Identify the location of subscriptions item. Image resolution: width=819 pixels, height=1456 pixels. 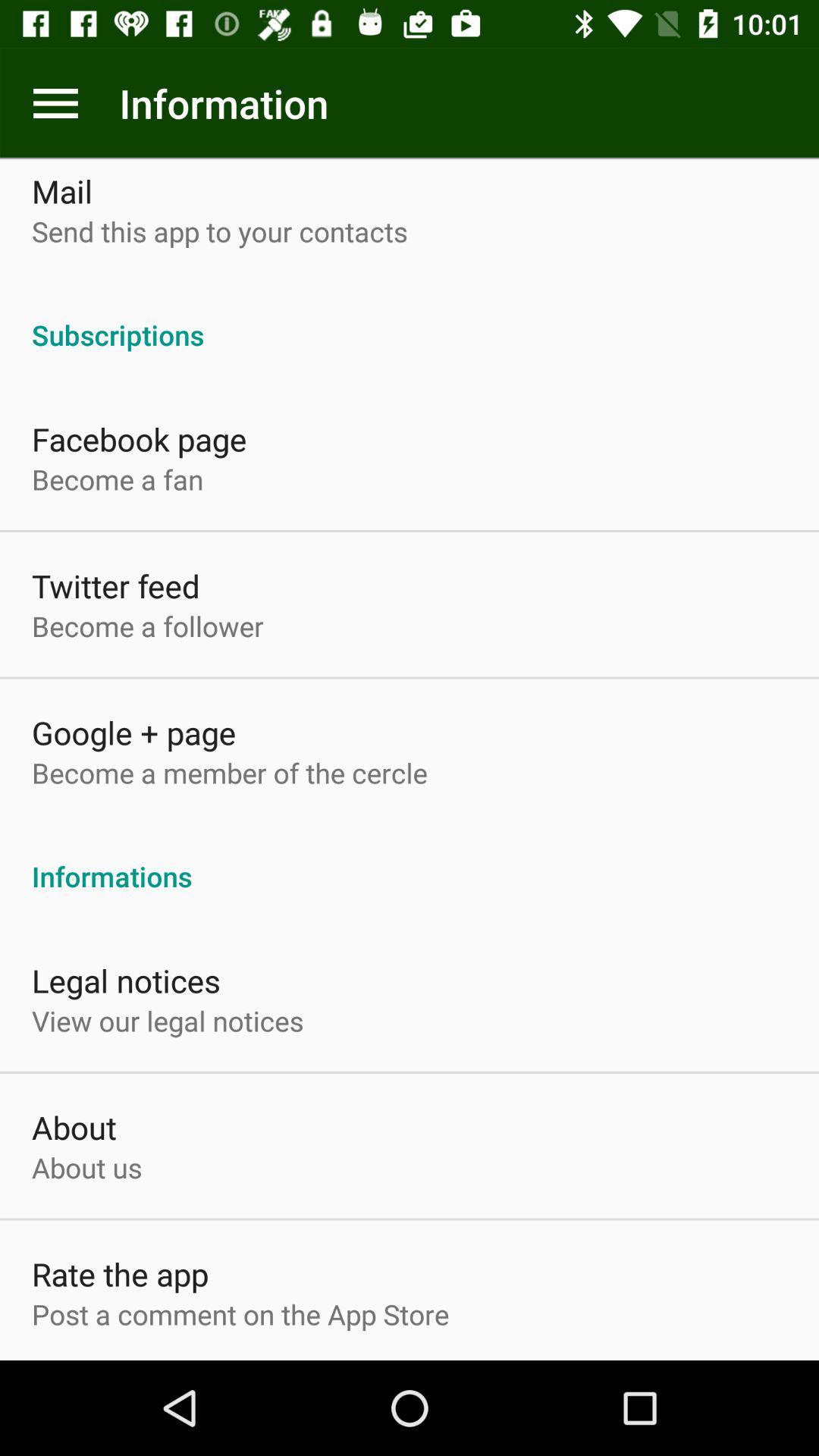
(409, 318).